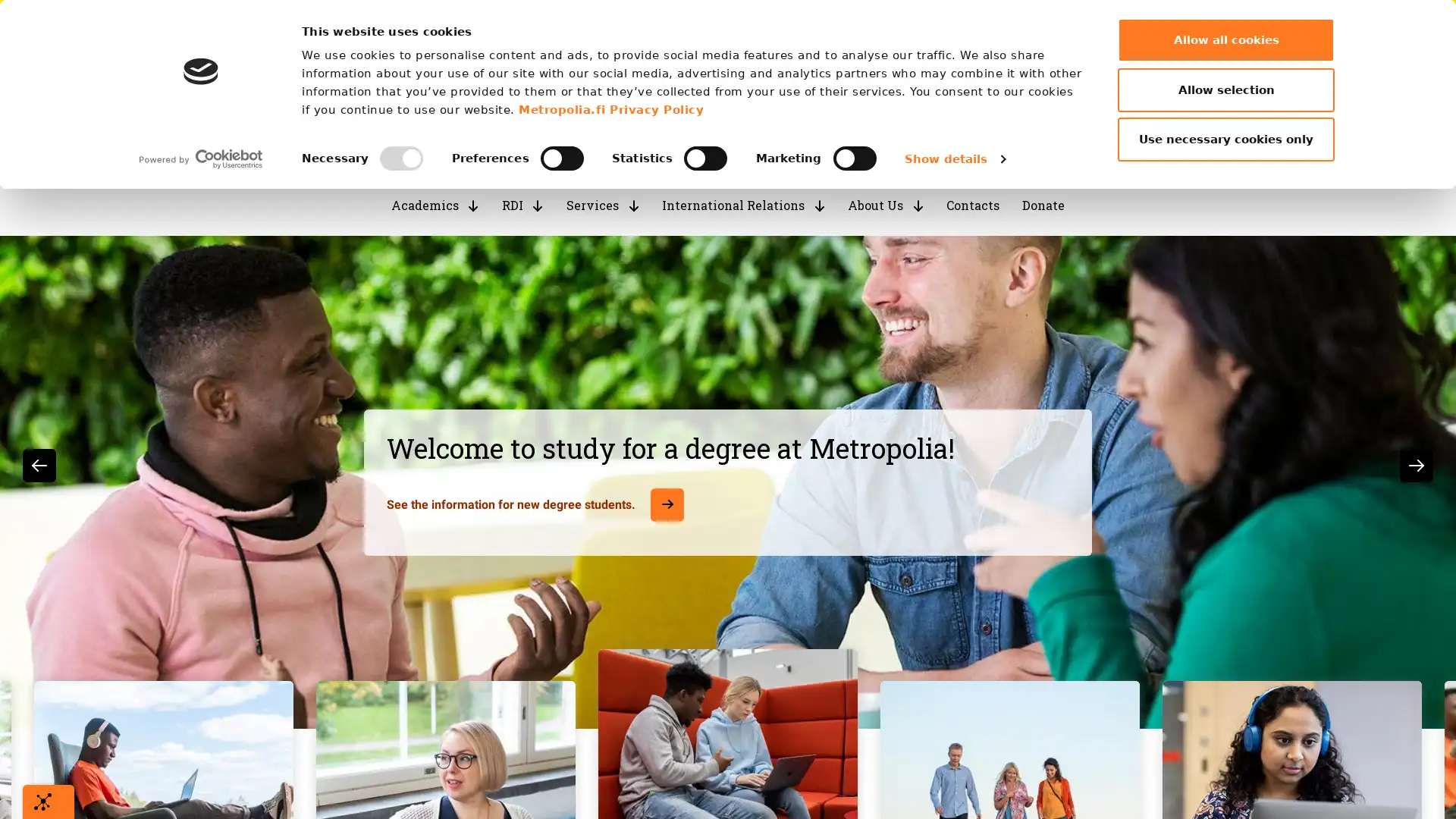  What do you see at coordinates (1426, 17) in the screenshot?
I see `Close marquee` at bounding box center [1426, 17].